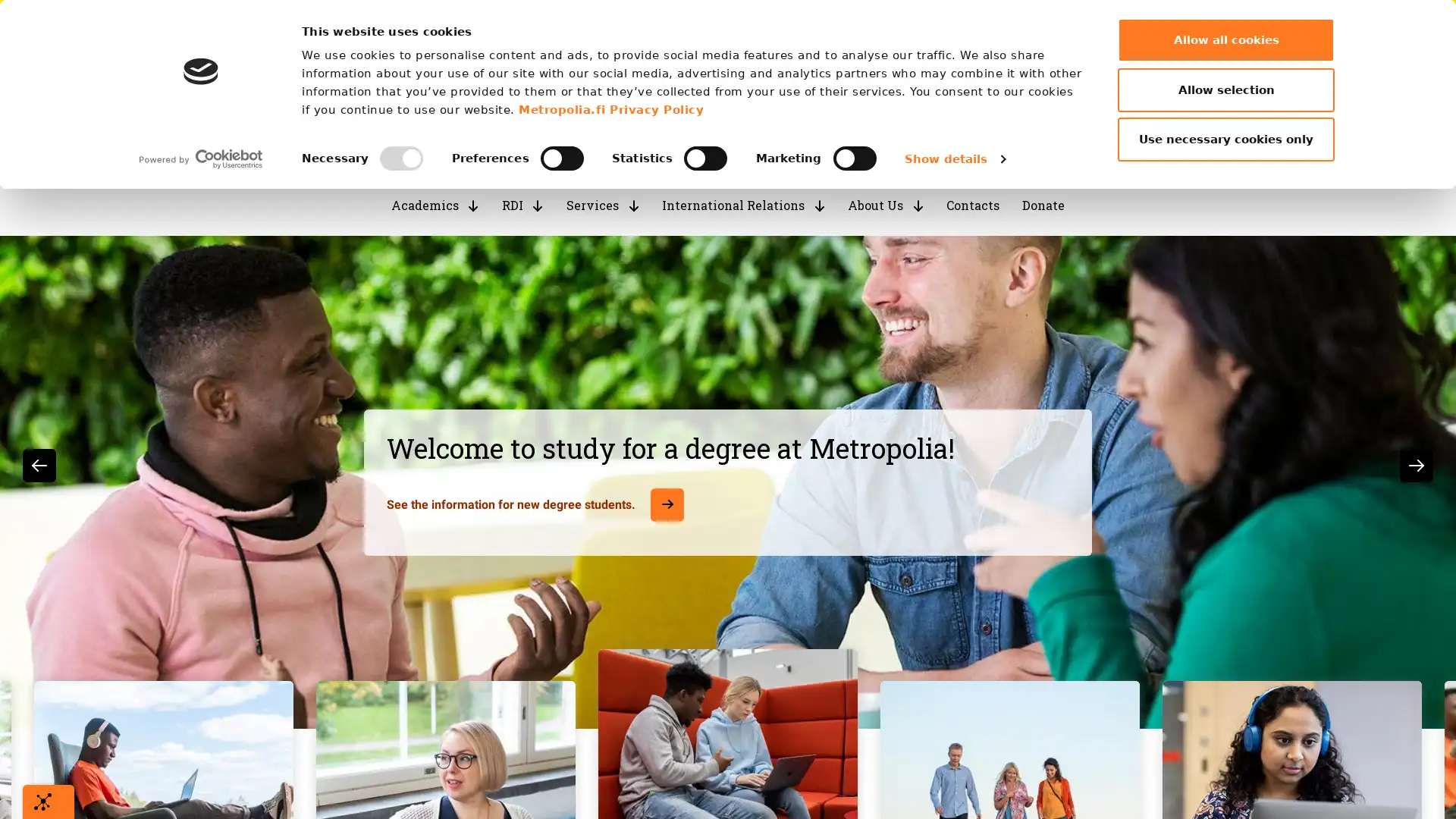  What do you see at coordinates (1426, 17) in the screenshot?
I see `Close marquee` at bounding box center [1426, 17].